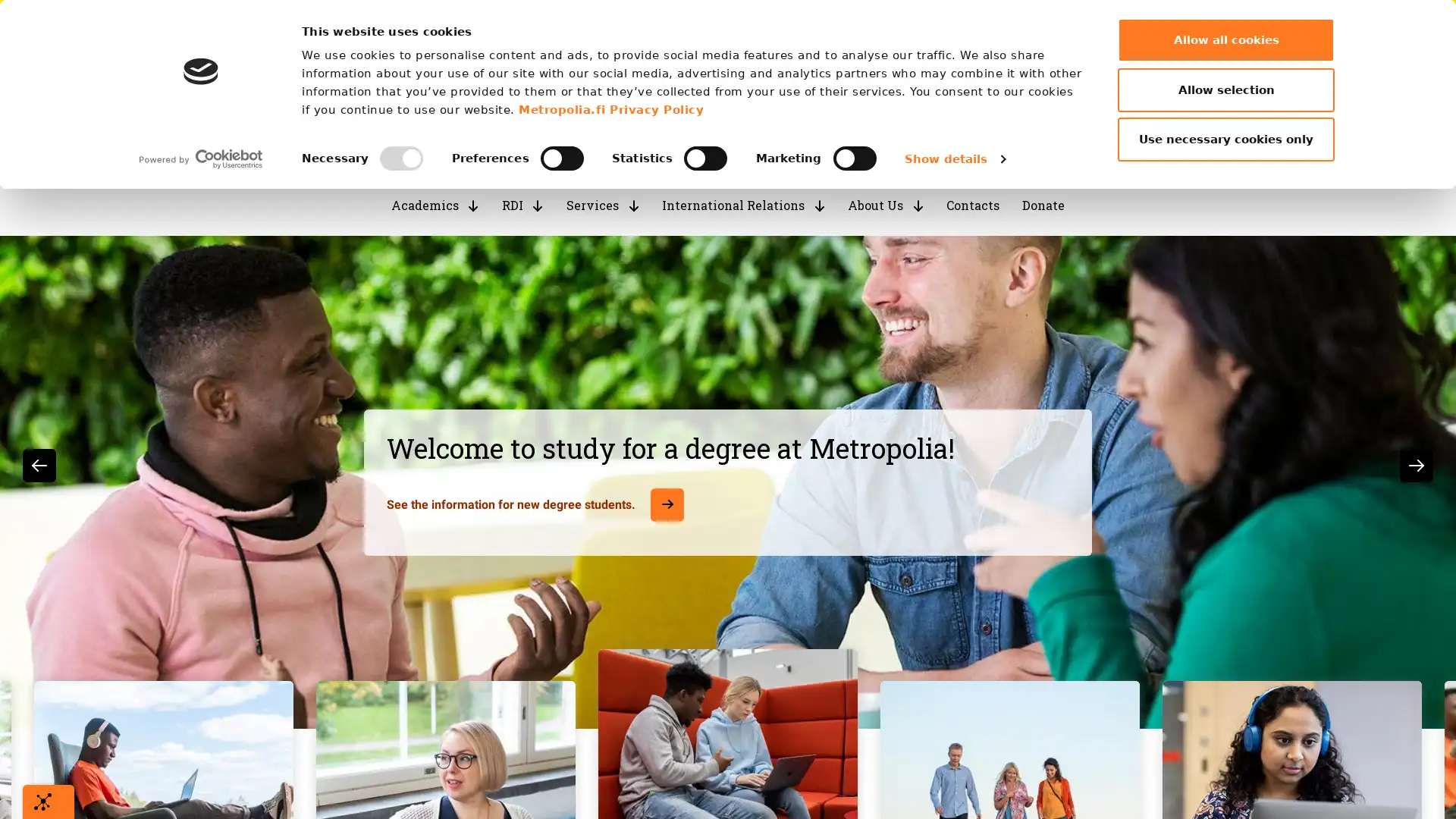  What do you see at coordinates (1426, 17) in the screenshot?
I see `Close marquee` at bounding box center [1426, 17].